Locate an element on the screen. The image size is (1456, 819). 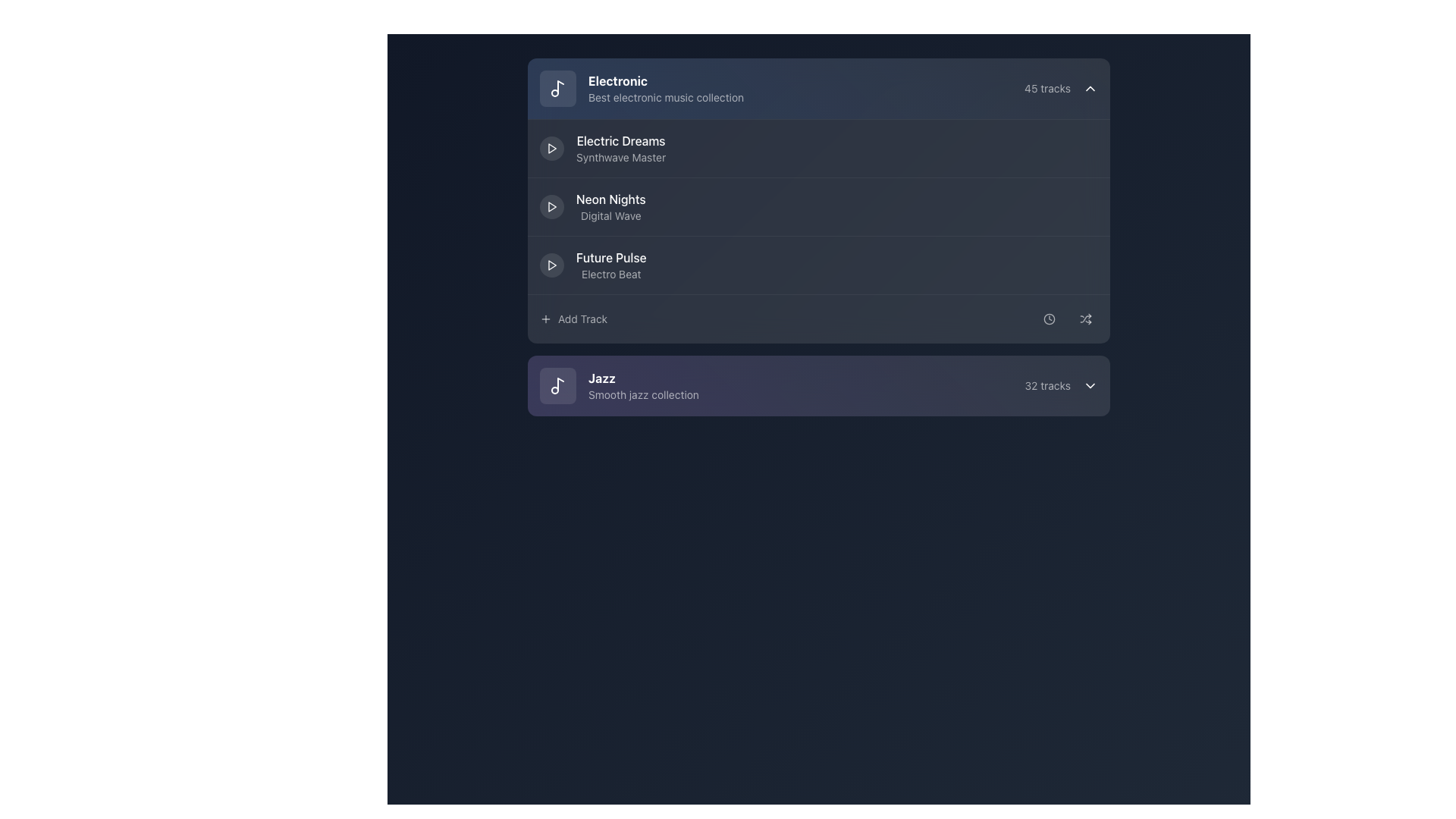
the play button for the 'Future Pulse' track located under the 'Electronic' collection is located at coordinates (551, 265).